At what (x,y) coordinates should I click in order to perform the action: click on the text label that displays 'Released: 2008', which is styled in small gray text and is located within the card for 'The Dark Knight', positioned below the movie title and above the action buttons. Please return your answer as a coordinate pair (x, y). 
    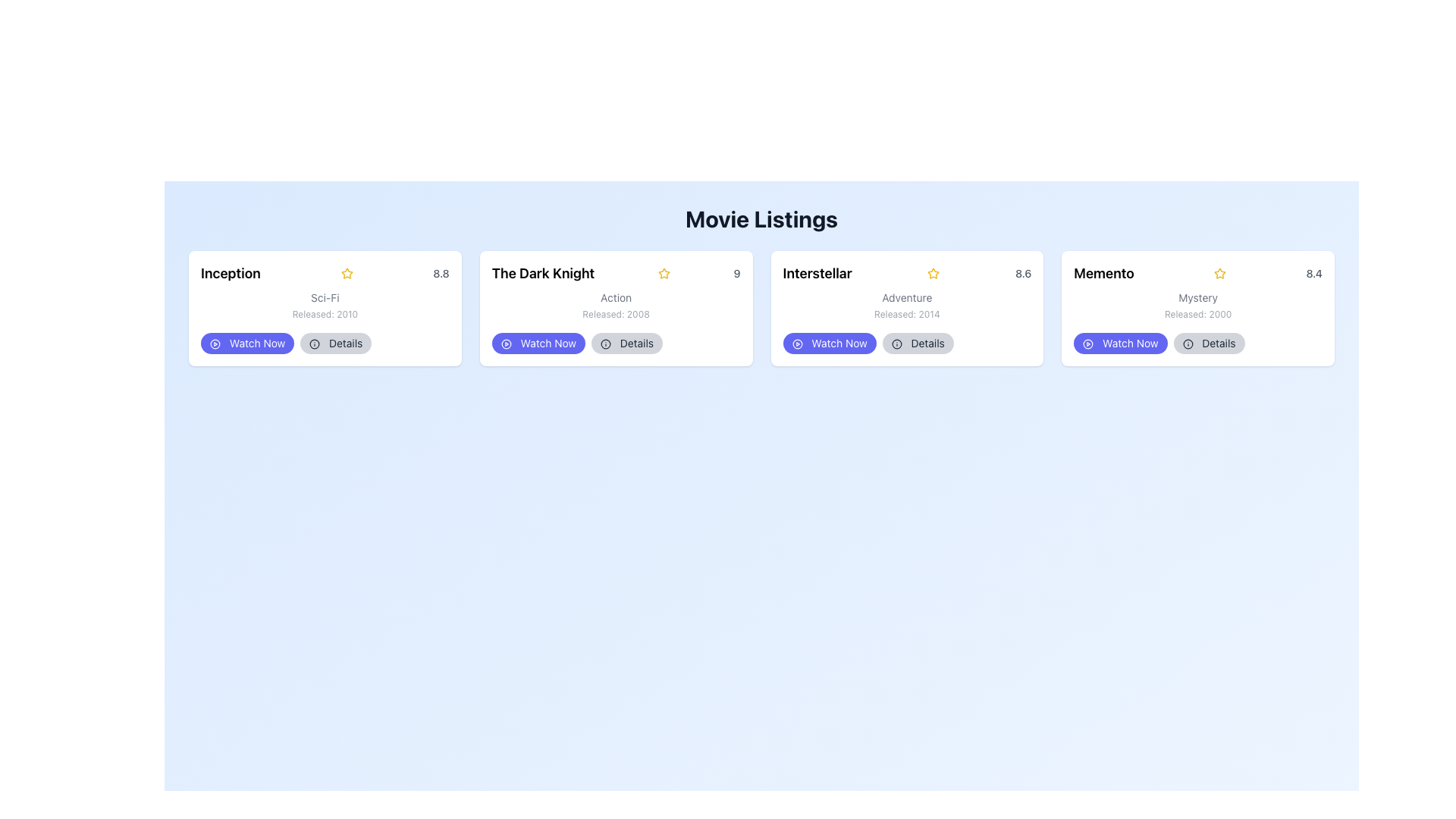
    Looking at the image, I should click on (616, 314).